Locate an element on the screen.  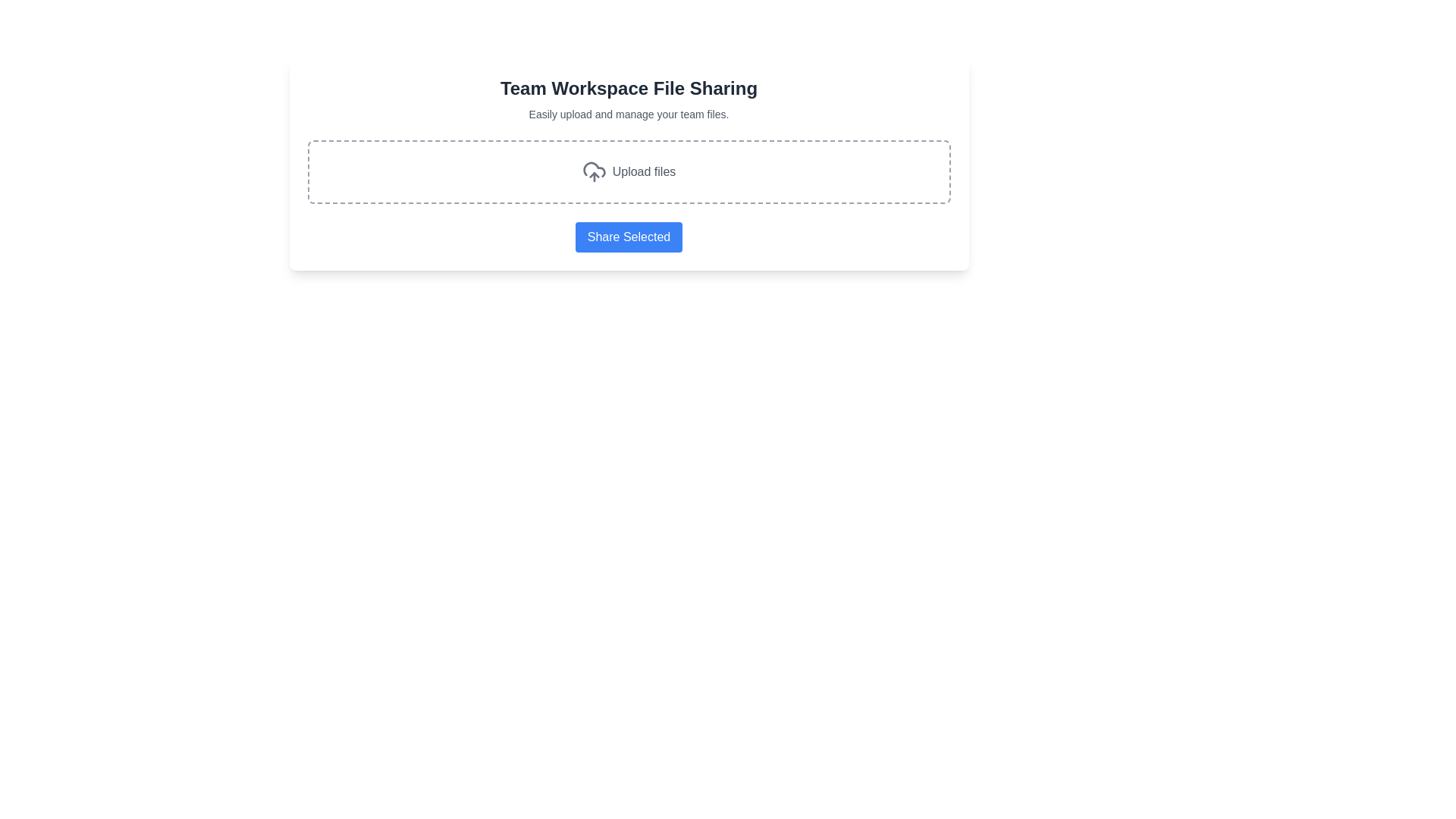
the rectangular button with rounded edges that has a blue background and white text reading 'Share Selected' is located at coordinates (629, 237).